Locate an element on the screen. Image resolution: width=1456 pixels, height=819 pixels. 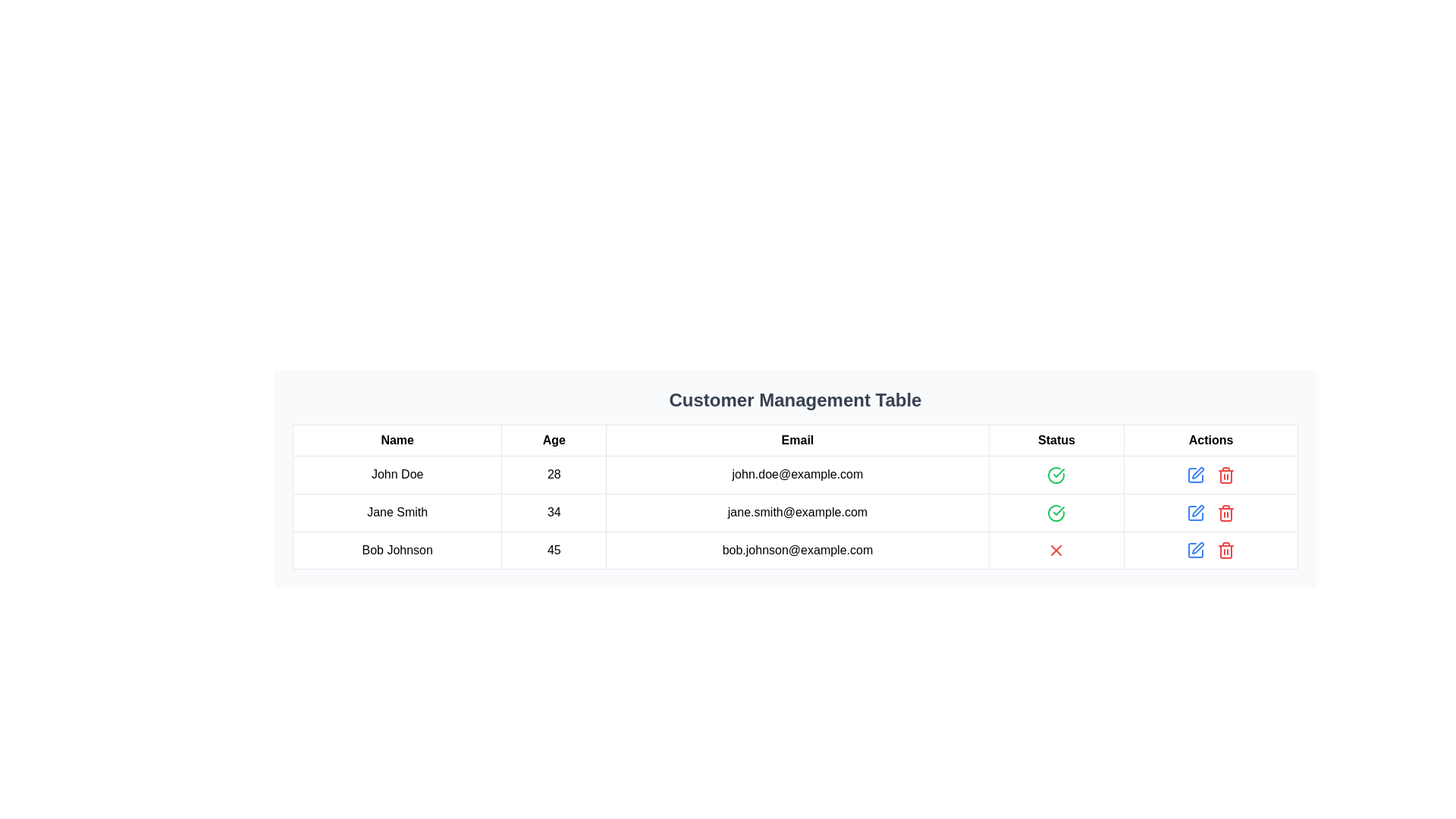
the close icon represented by a red 'X' within an SVG graphic located in the 'Actions' column of the last row for 'Bob Johnson' is located at coordinates (1056, 551).